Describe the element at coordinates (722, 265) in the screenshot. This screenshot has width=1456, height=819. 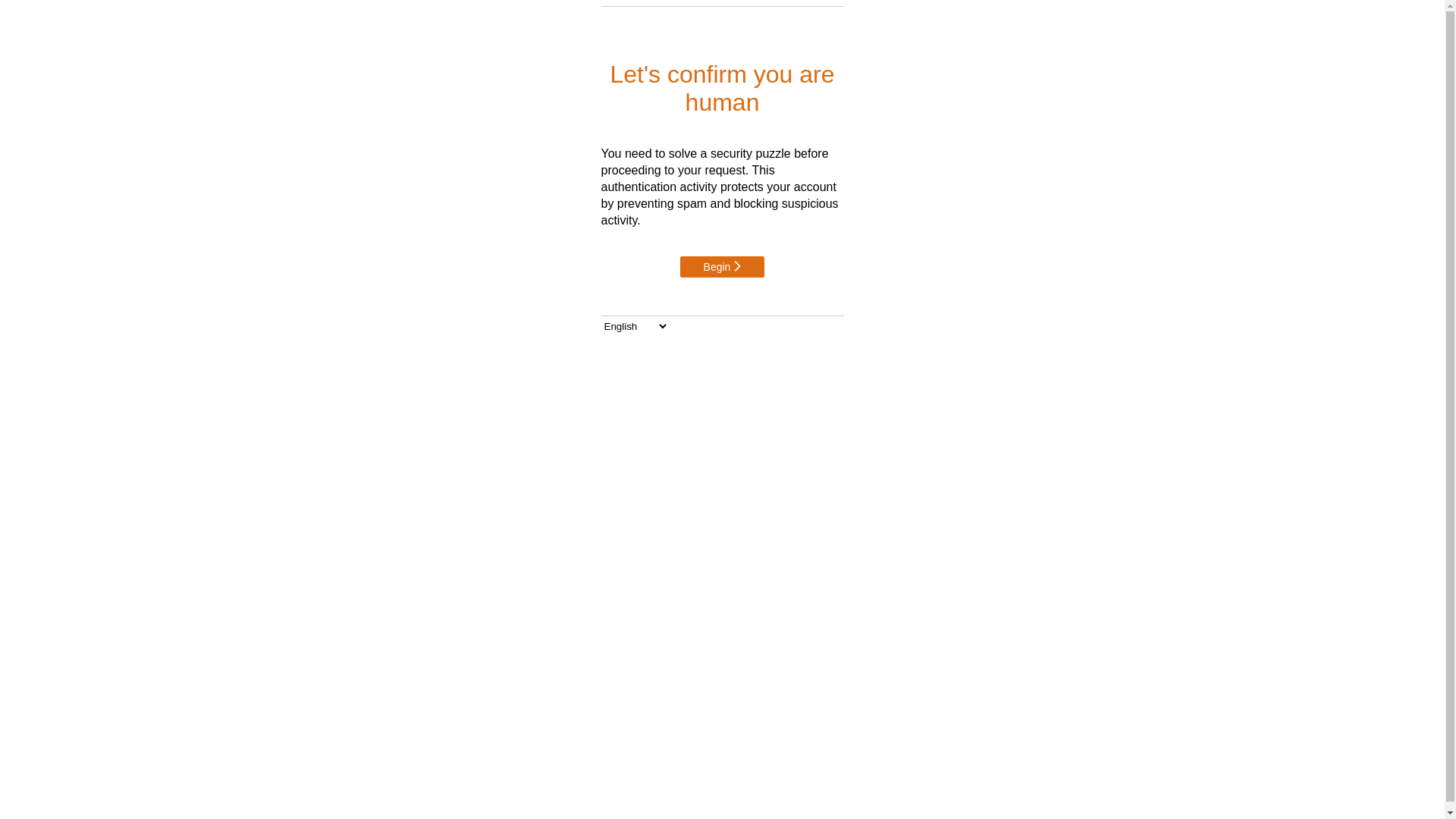
I see `'Begin'` at that location.